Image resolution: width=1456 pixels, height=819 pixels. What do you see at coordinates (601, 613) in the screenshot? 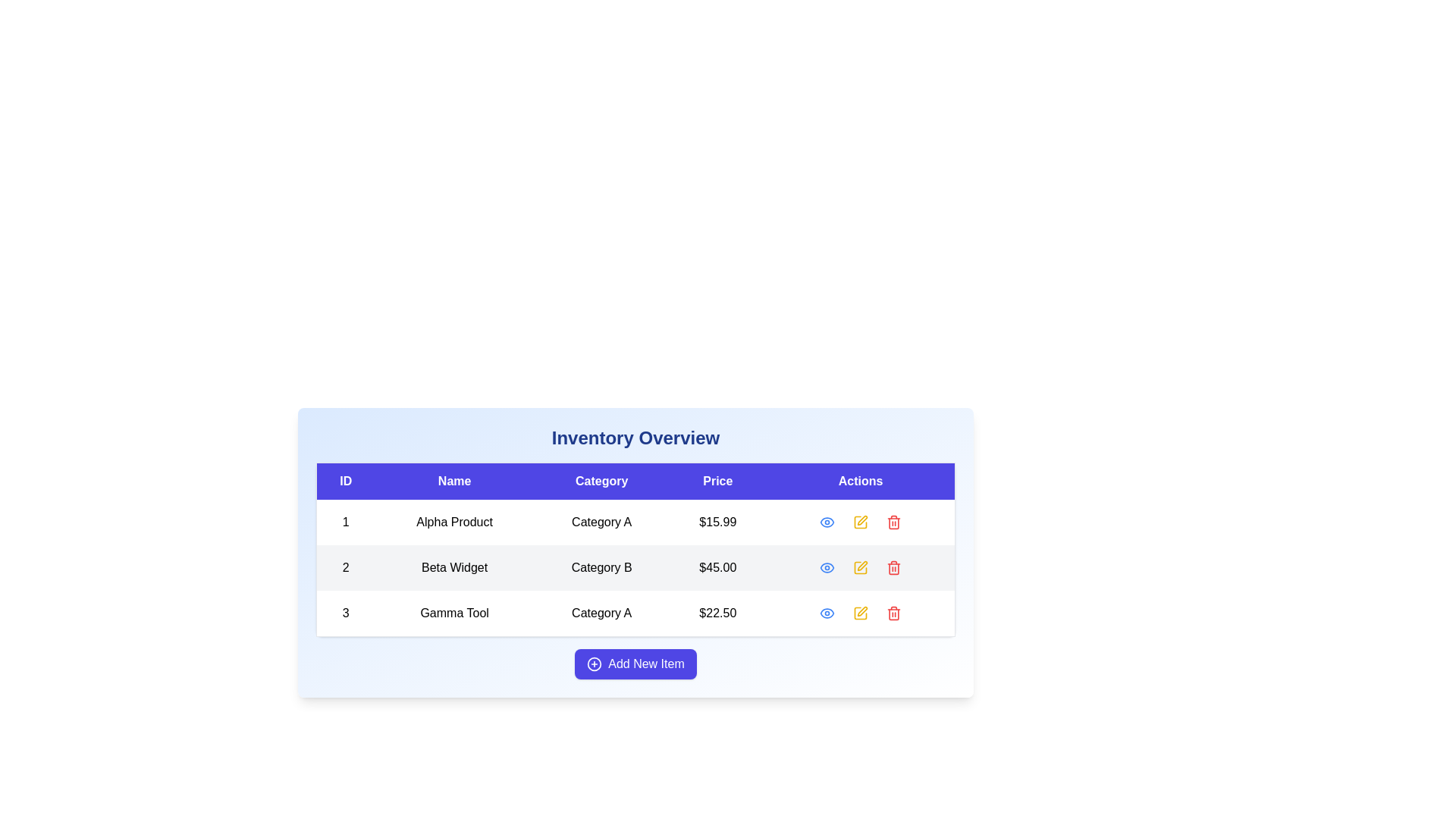
I see `the Text Label in the 'Category' column for the row labeled 'Gamma Tool', which indicates the category of the item` at bounding box center [601, 613].